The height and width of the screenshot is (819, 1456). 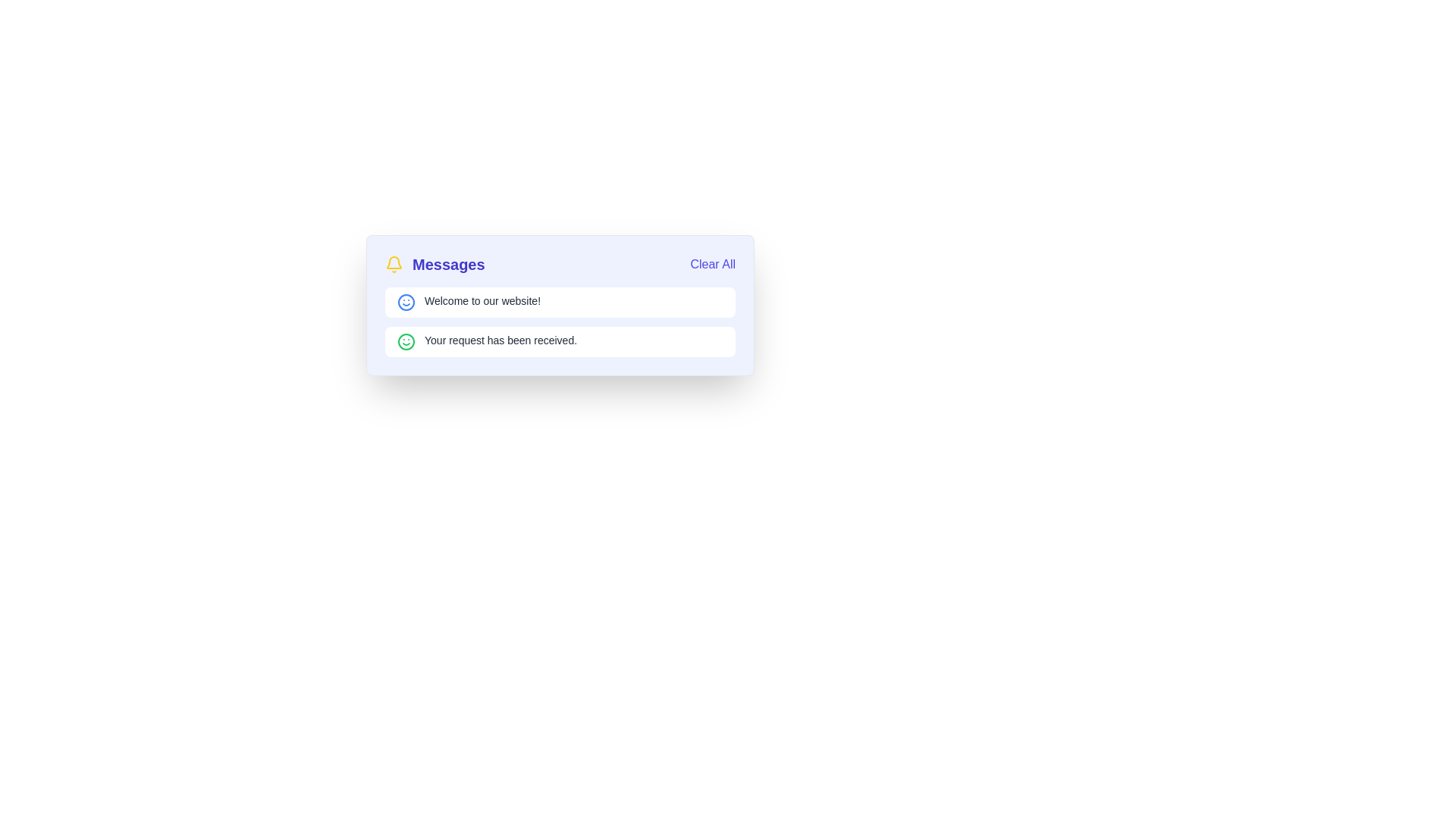 I want to click on the welcoming message text located within a rounded rectangle component, which is positioned next to a blue smiley emoji icon on the left side, so click(x=482, y=301).